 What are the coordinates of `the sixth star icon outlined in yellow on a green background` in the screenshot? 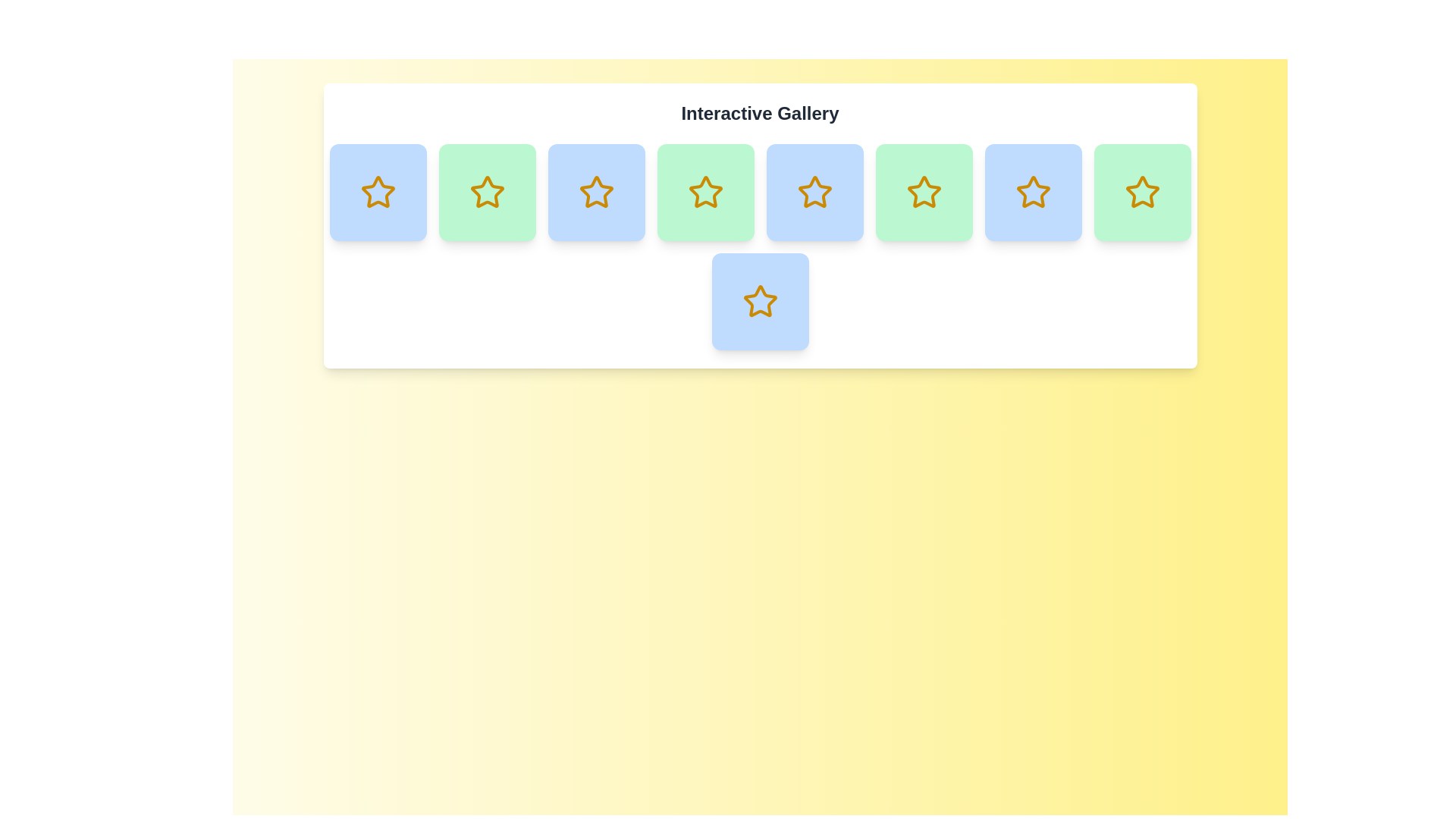 It's located at (923, 191).